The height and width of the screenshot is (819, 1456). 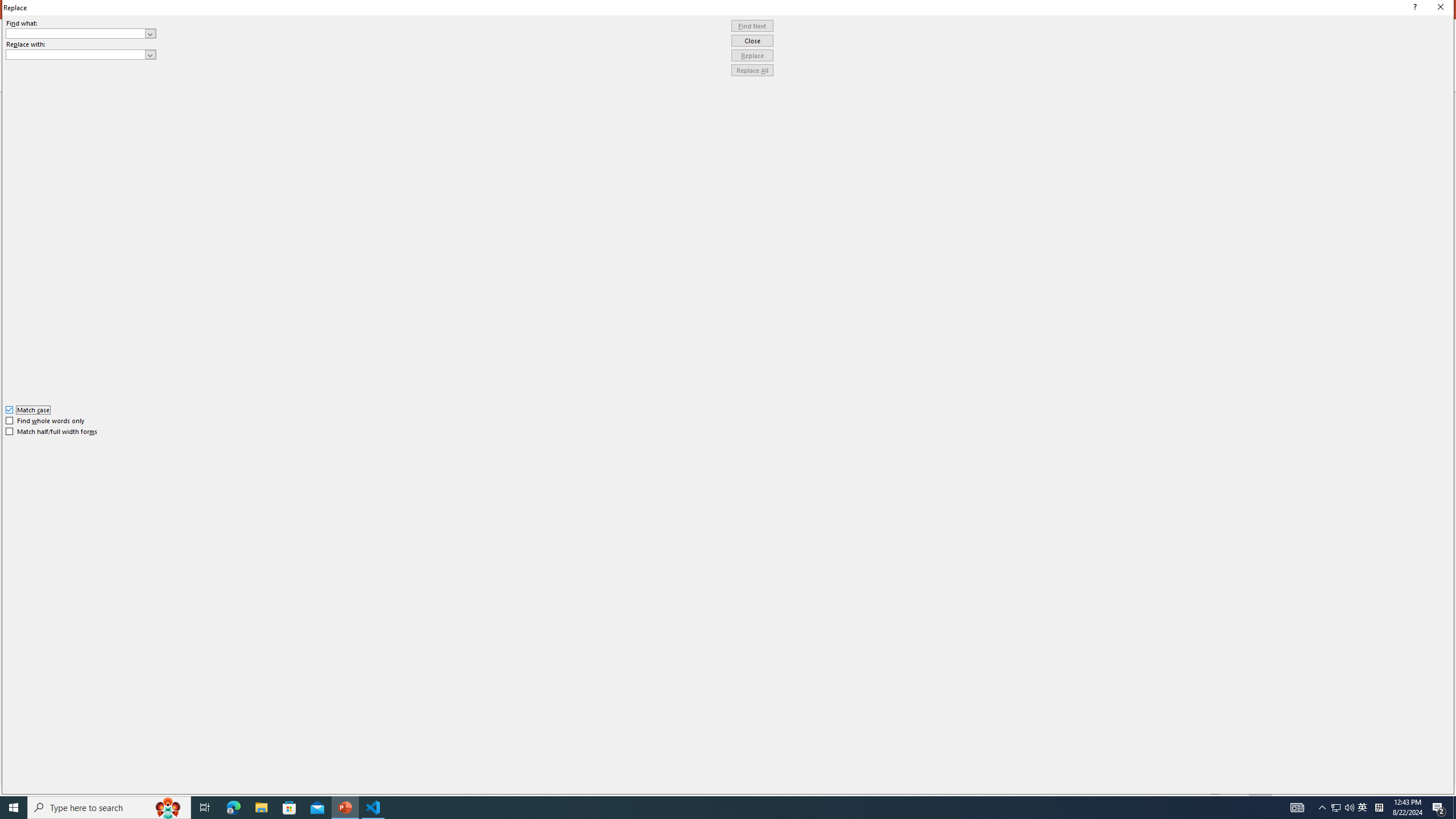 What do you see at coordinates (752, 26) in the screenshot?
I see `'Find Next'` at bounding box center [752, 26].